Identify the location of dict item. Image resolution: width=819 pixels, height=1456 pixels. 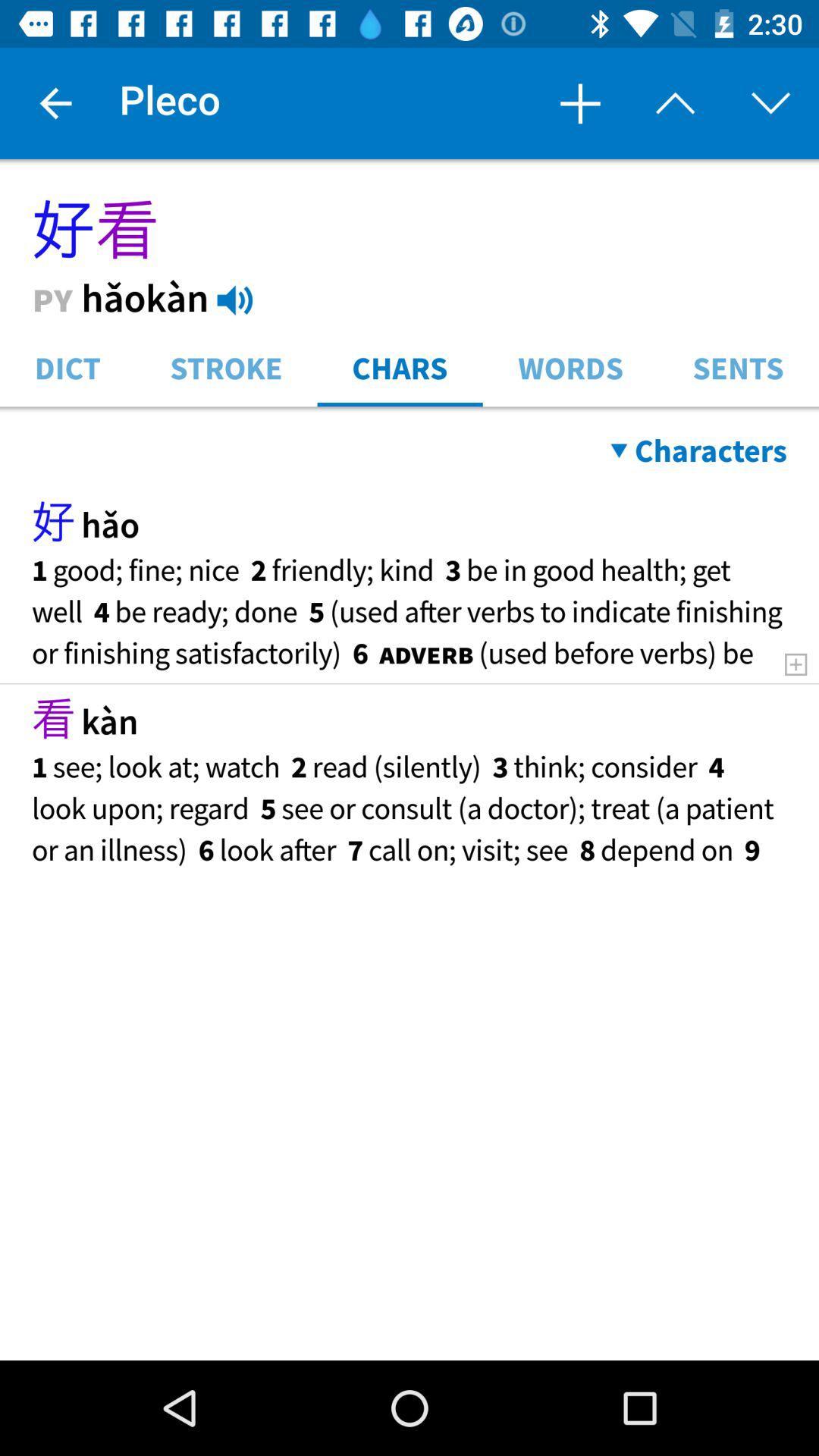
(67, 366).